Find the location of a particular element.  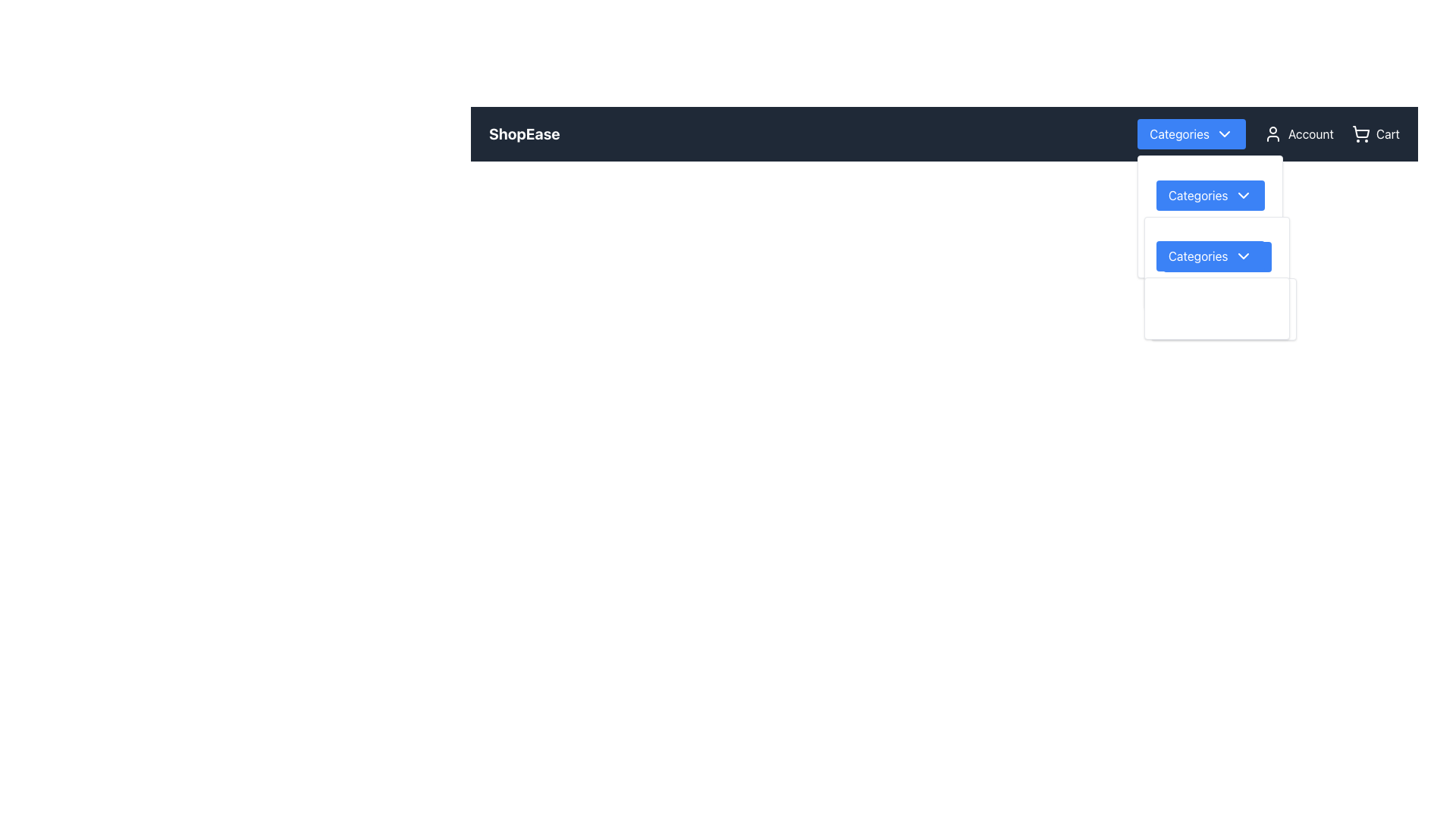

the dropdown menu trigger button located as the first interactive element in the navbar, before the 'Account' and 'Cart' links is located at coordinates (1190, 133).